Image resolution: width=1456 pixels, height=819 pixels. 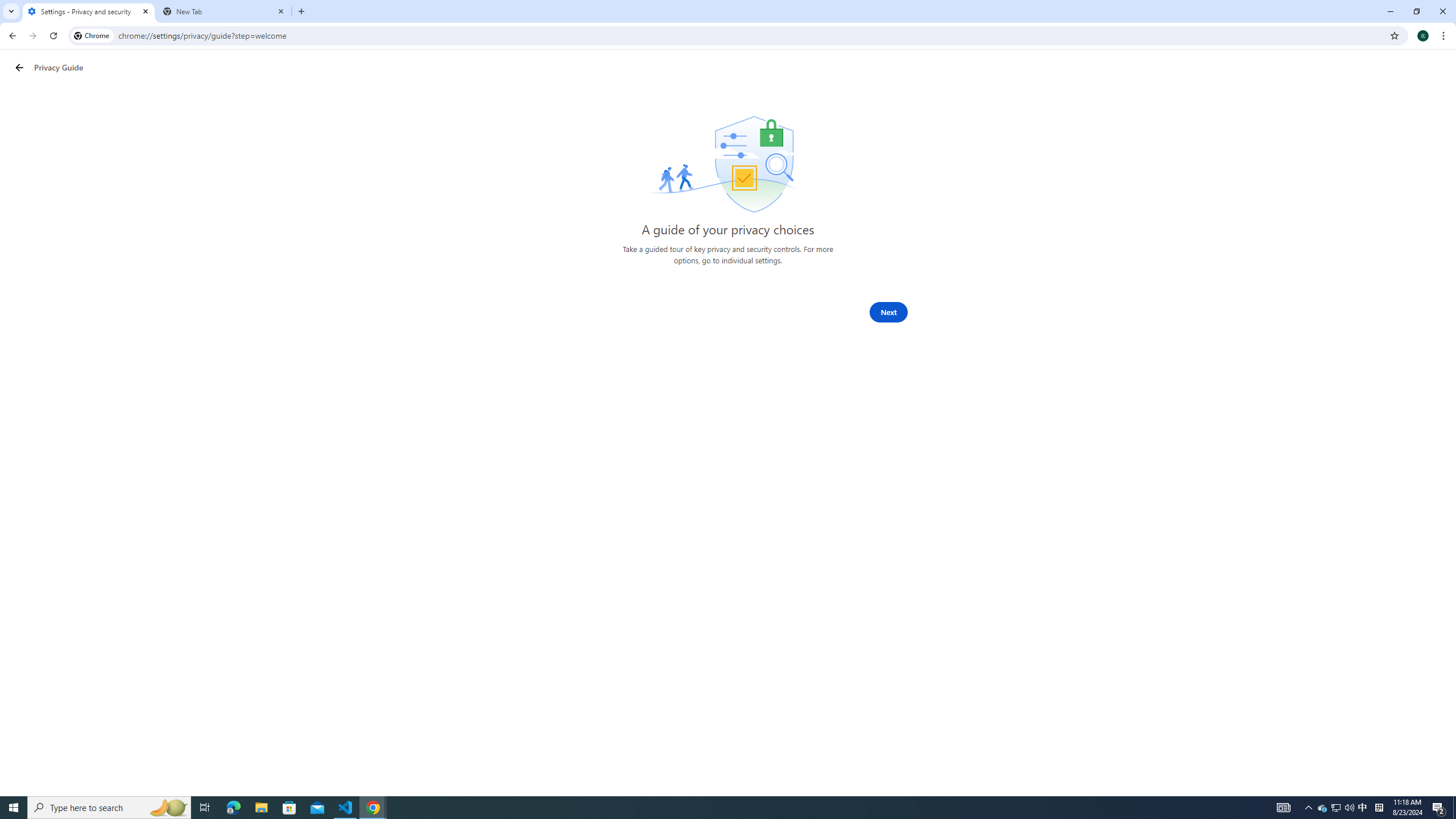 What do you see at coordinates (88, 11) in the screenshot?
I see `'Settings - Privacy and security'` at bounding box center [88, 11].